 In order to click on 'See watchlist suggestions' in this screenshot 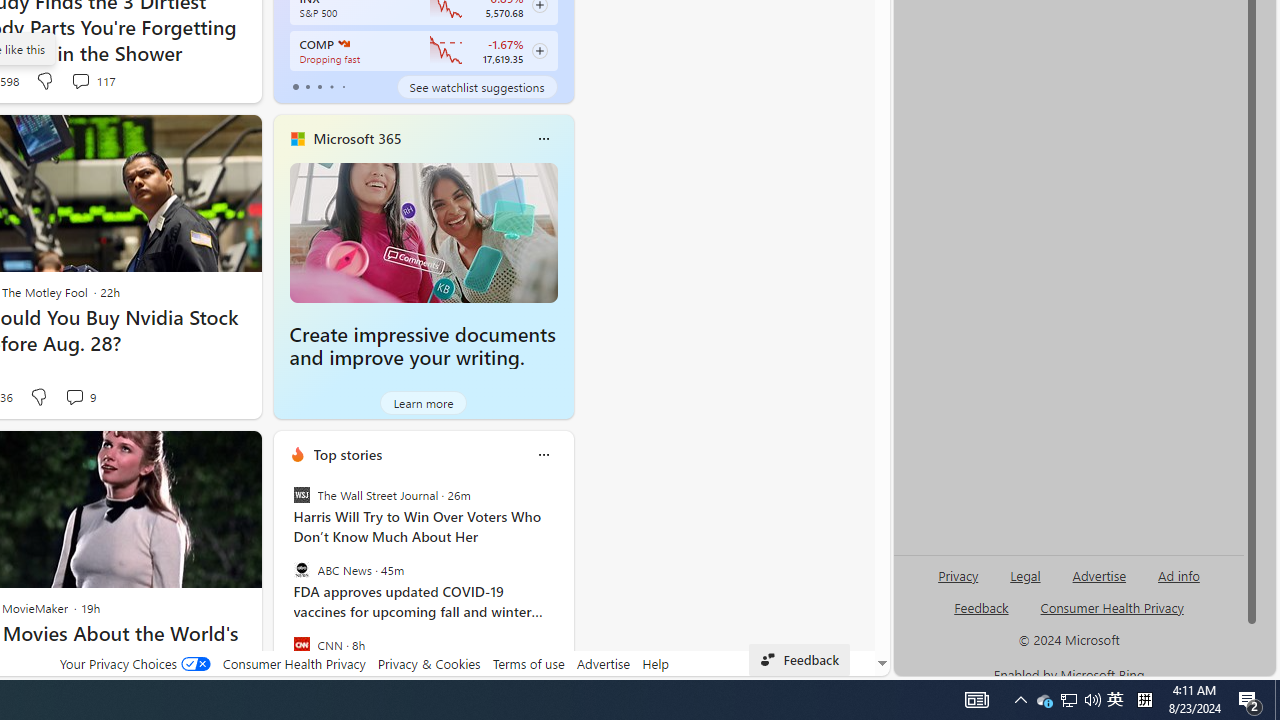, I will do `click(475, 86)`.